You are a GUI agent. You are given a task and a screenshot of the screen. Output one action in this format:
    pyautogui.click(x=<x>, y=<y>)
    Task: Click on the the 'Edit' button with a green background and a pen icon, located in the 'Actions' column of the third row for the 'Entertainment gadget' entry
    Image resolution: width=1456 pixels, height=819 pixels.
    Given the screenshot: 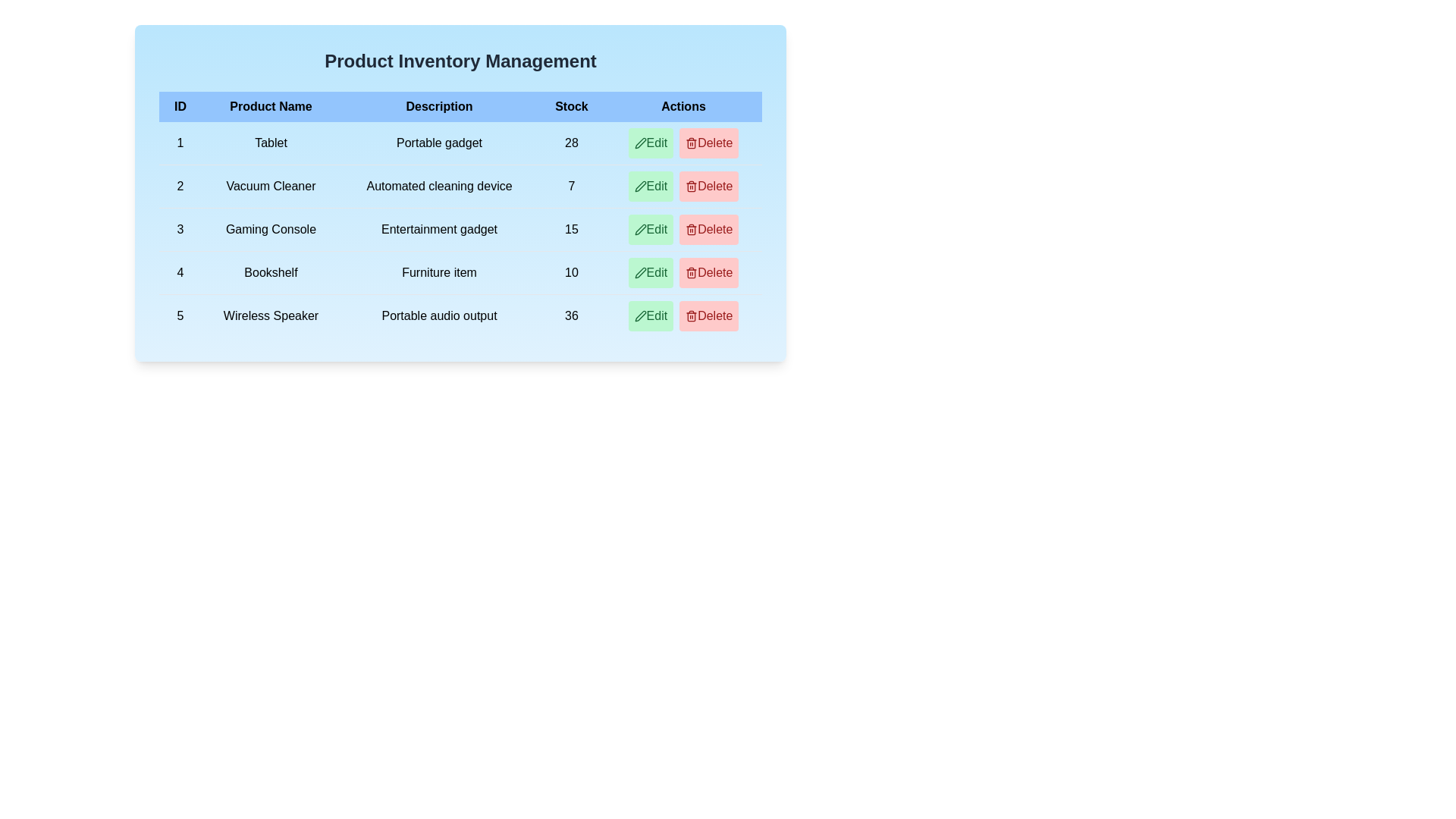 What is the action you would take?
    pyautogui.click(x=651, y=230)
    